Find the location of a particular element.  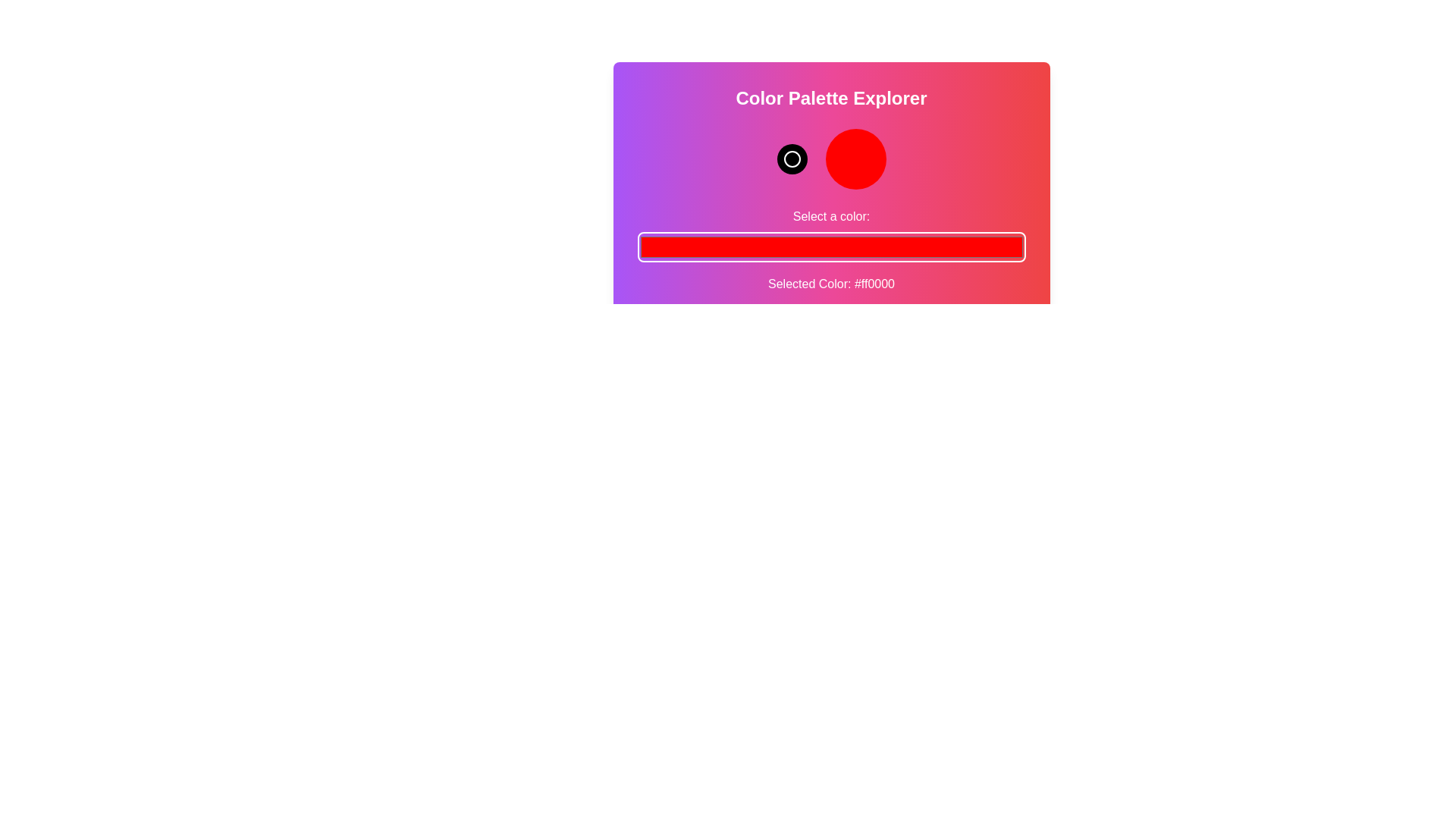

the color picker to a specific color value 6508716 is located at coordinates (830, 246).